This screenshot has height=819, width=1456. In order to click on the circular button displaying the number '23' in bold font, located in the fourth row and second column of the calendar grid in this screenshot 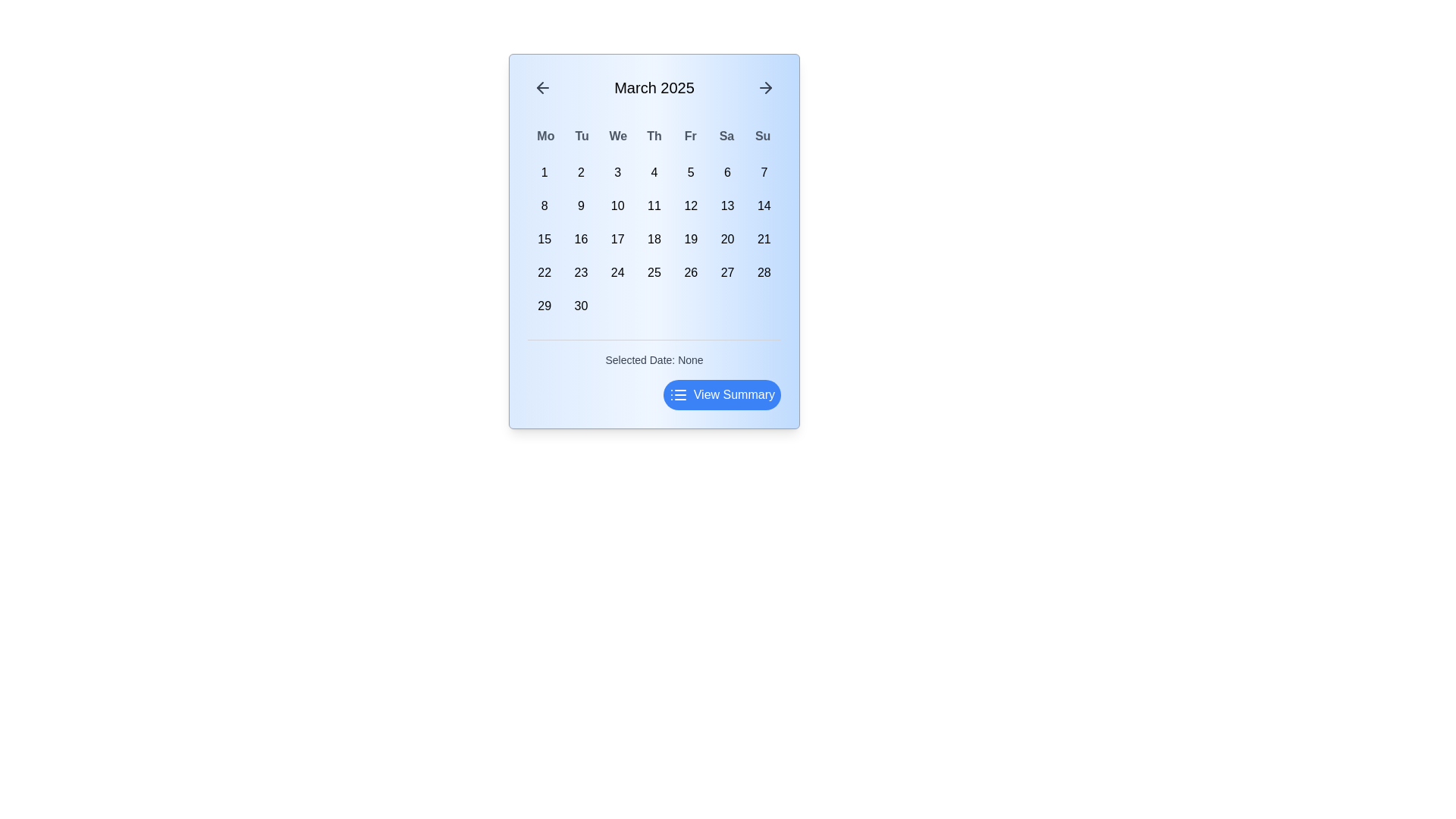, I will do `click(580, 271)`.